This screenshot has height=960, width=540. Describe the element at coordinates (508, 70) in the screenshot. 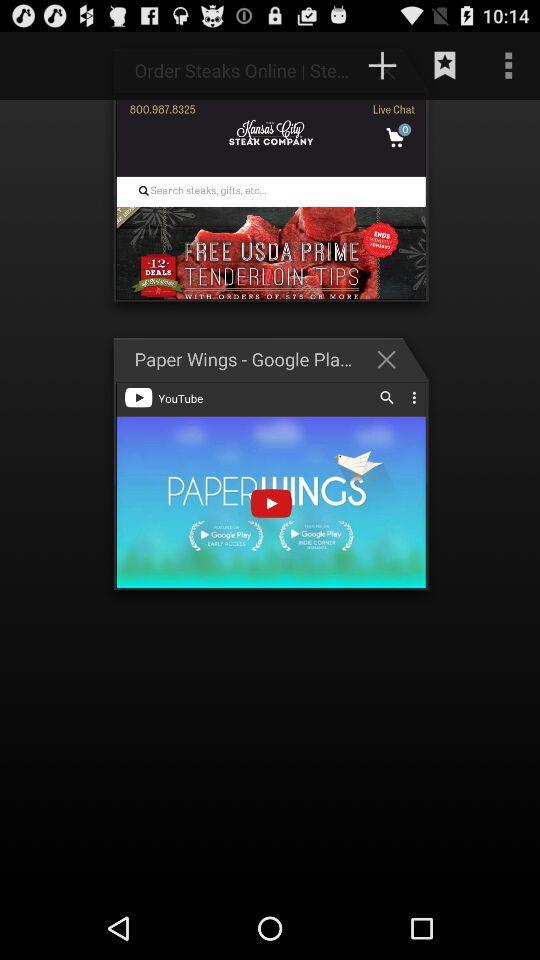

I see `the more icon` at that location.